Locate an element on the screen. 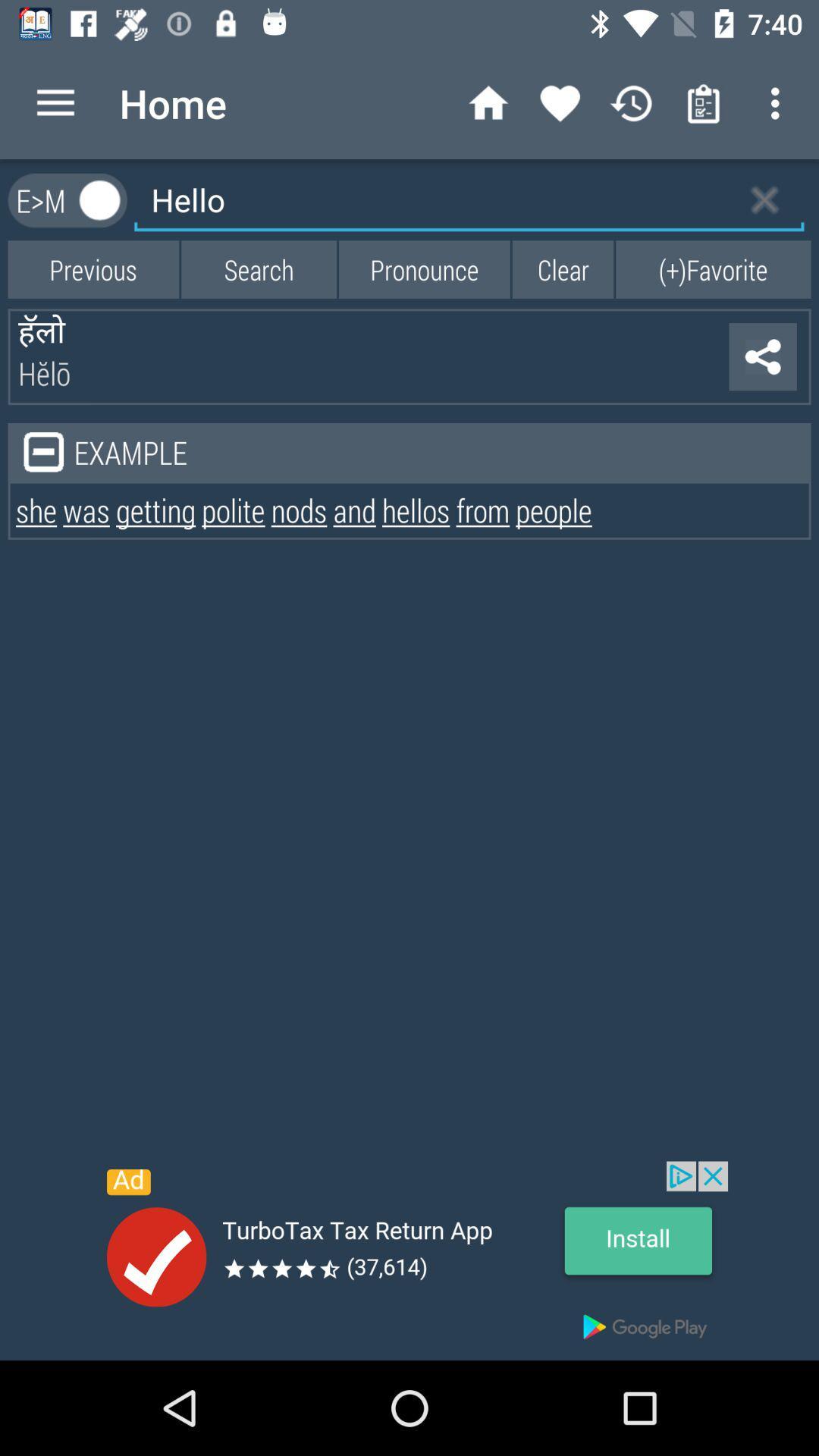 Image resolution: width=819 pixels, height=1456 pixels. show textbox options is located at coordinates (100, 199).